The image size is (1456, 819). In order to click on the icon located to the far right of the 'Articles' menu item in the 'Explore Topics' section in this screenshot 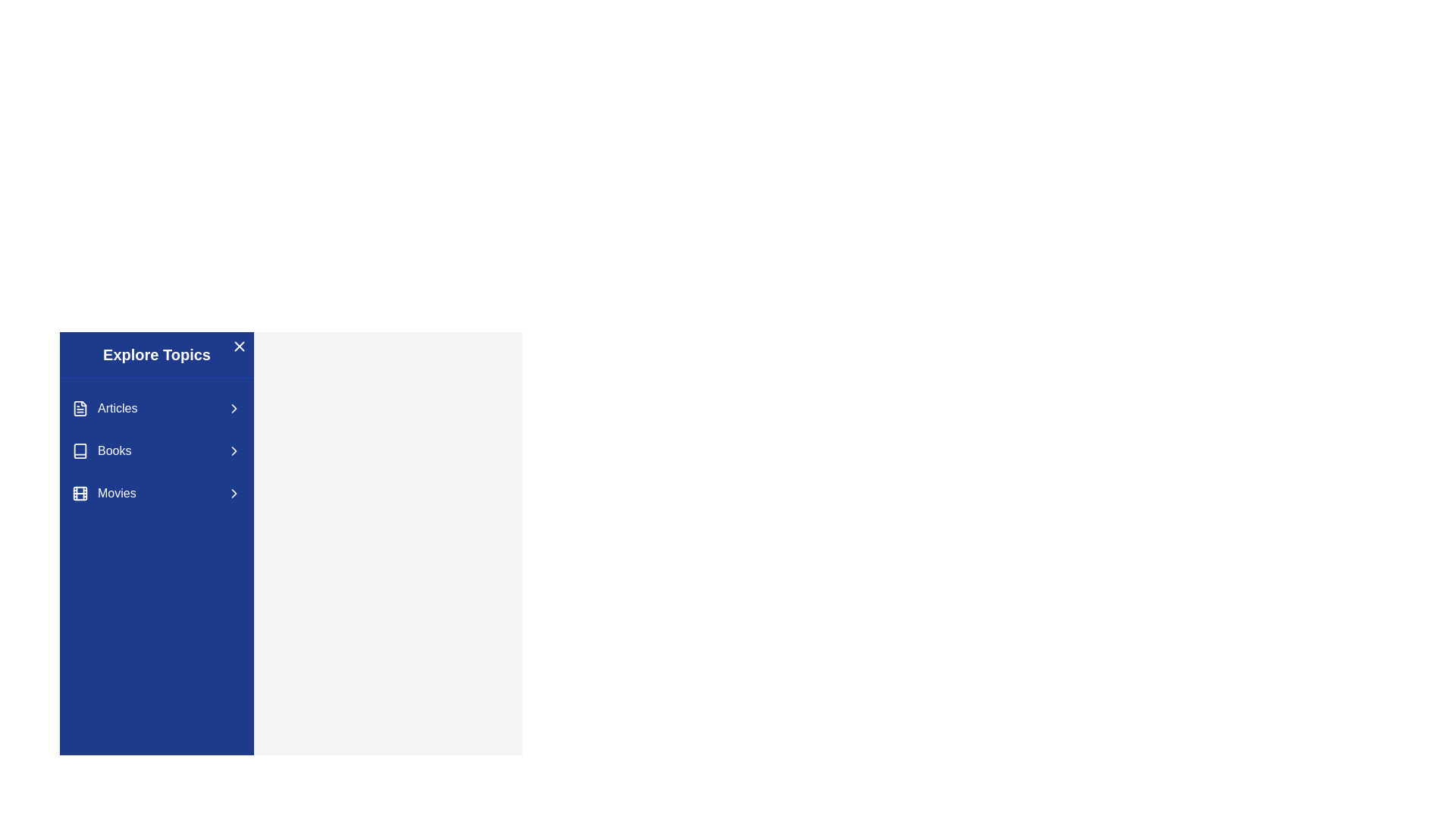, I will do `click(233, 408)`.